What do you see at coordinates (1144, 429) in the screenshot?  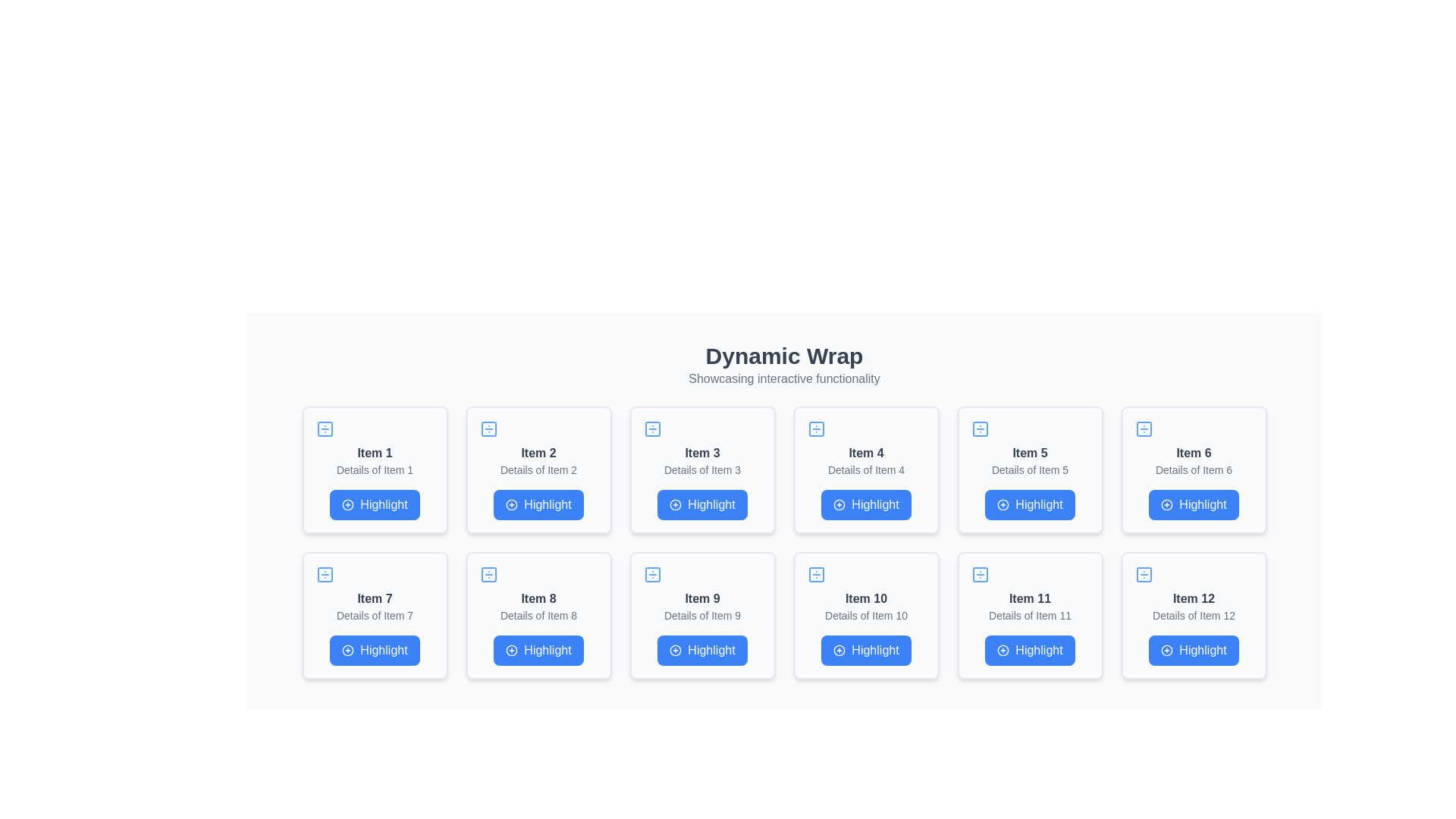 I see `the blue division icon located at the top-right corner of the 'Item 6' box` at bounding box center [1144, 429].